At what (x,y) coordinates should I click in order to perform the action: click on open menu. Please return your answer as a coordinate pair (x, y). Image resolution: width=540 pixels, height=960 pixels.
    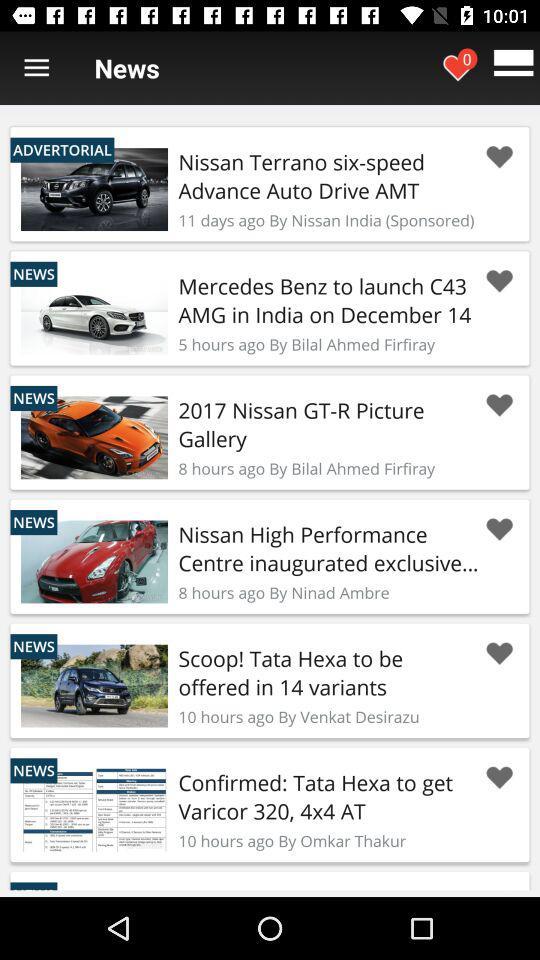
    Looking at the image, I should click on (36, 68).